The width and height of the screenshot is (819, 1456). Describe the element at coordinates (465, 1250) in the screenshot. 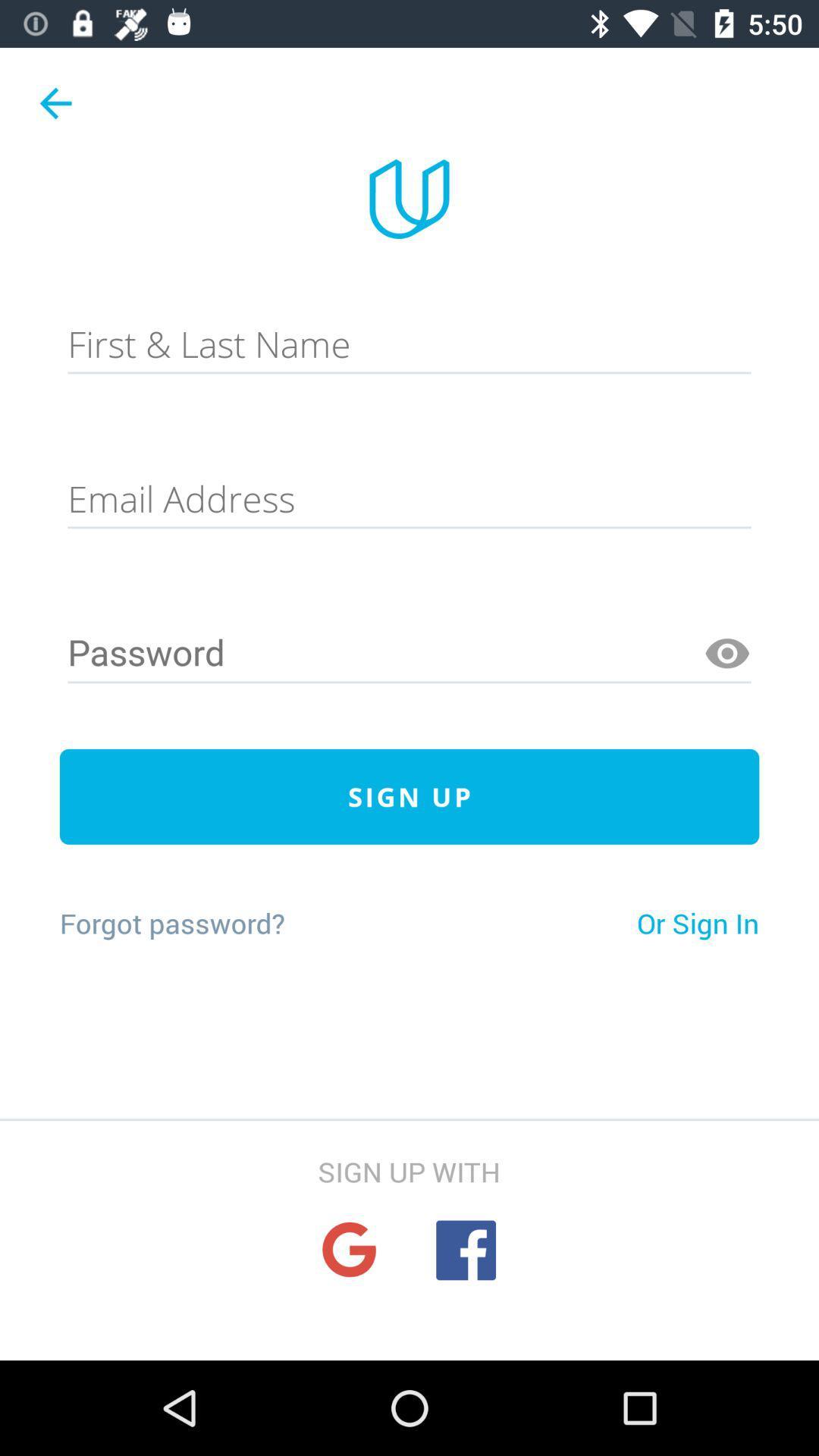

I see `facebook sign up` at that location.